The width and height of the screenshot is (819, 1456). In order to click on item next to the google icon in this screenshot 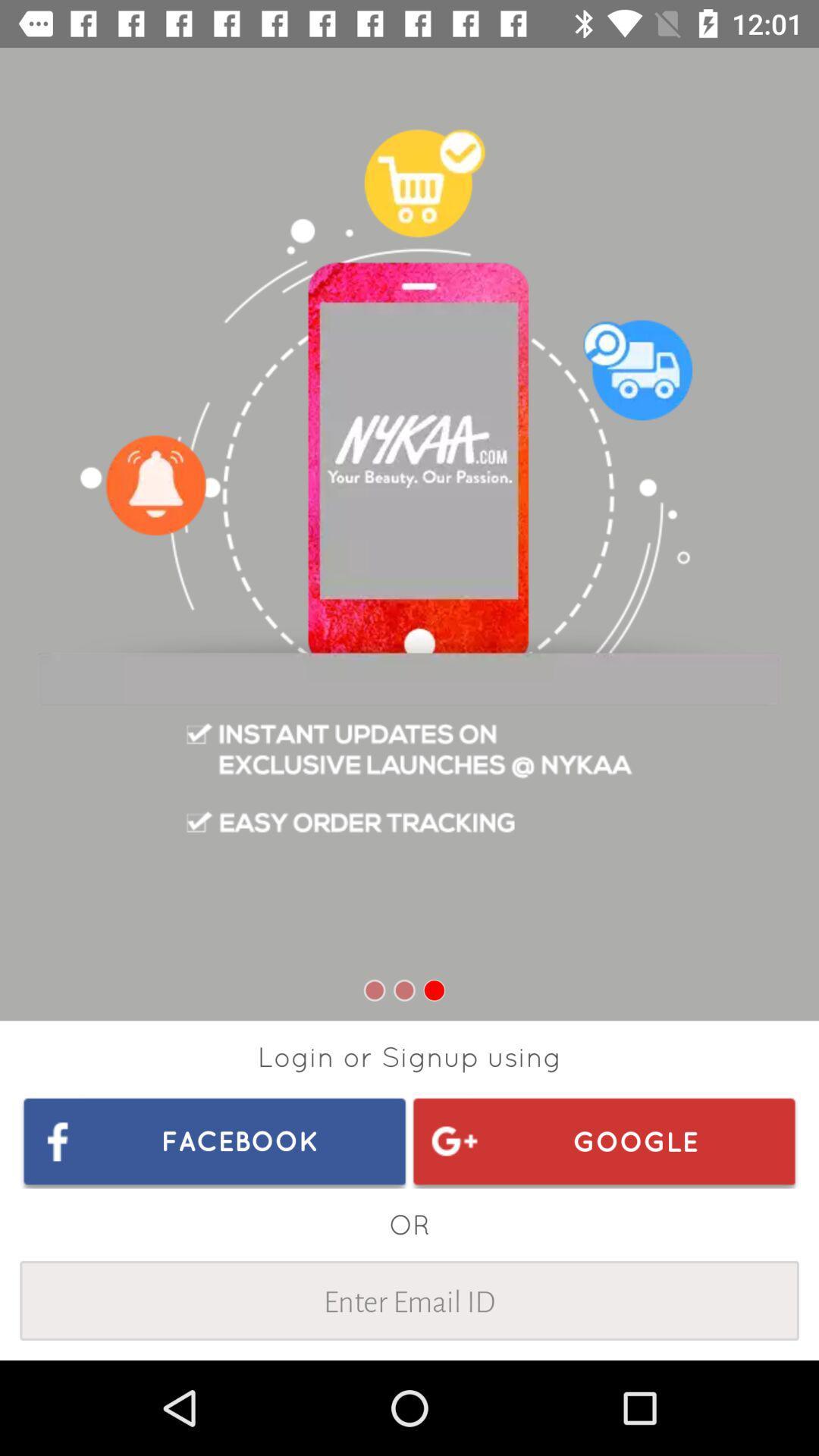, I will do `click(215, 1141)`.